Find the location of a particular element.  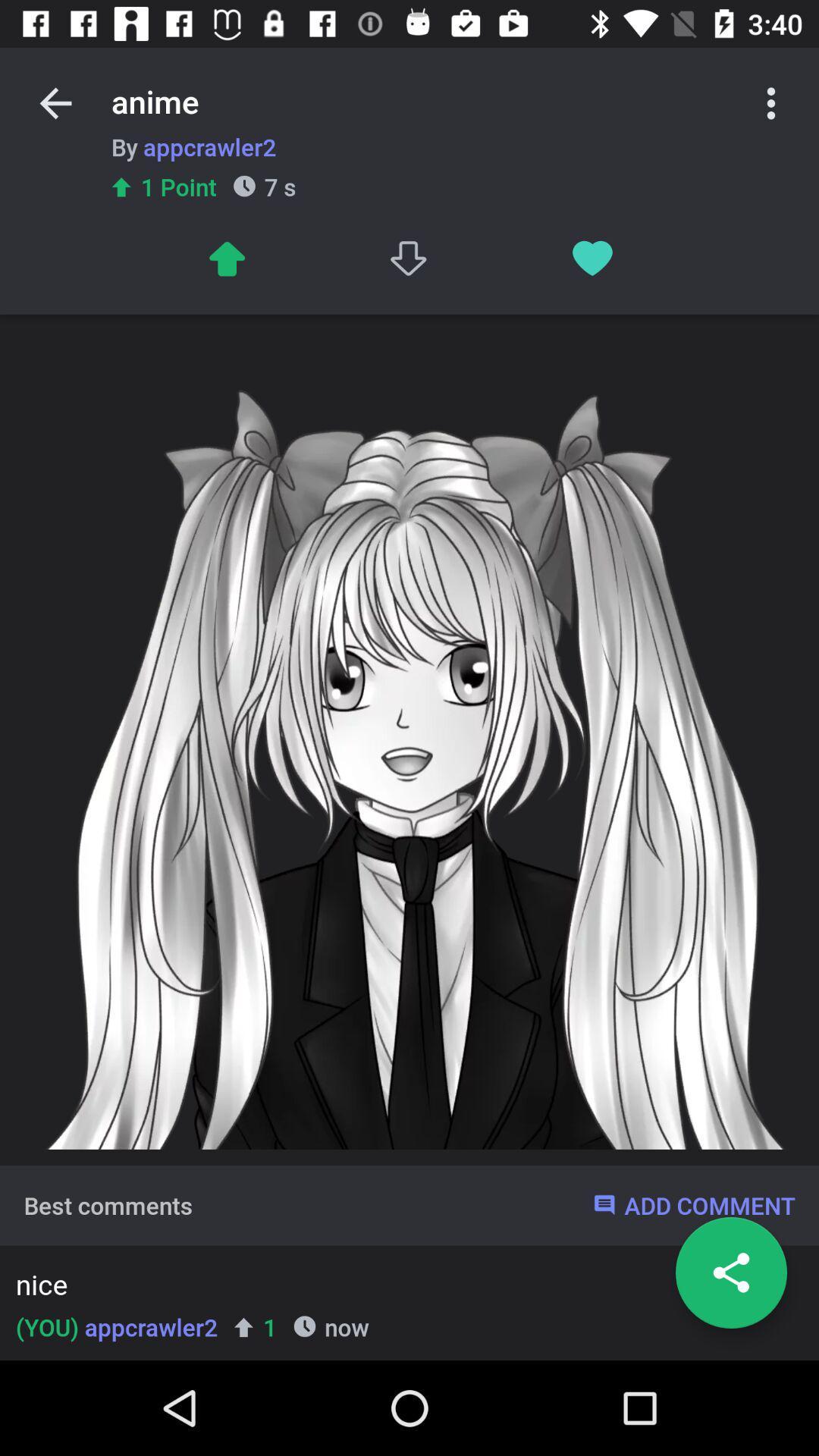

go back is located at coordinates (55, 102).